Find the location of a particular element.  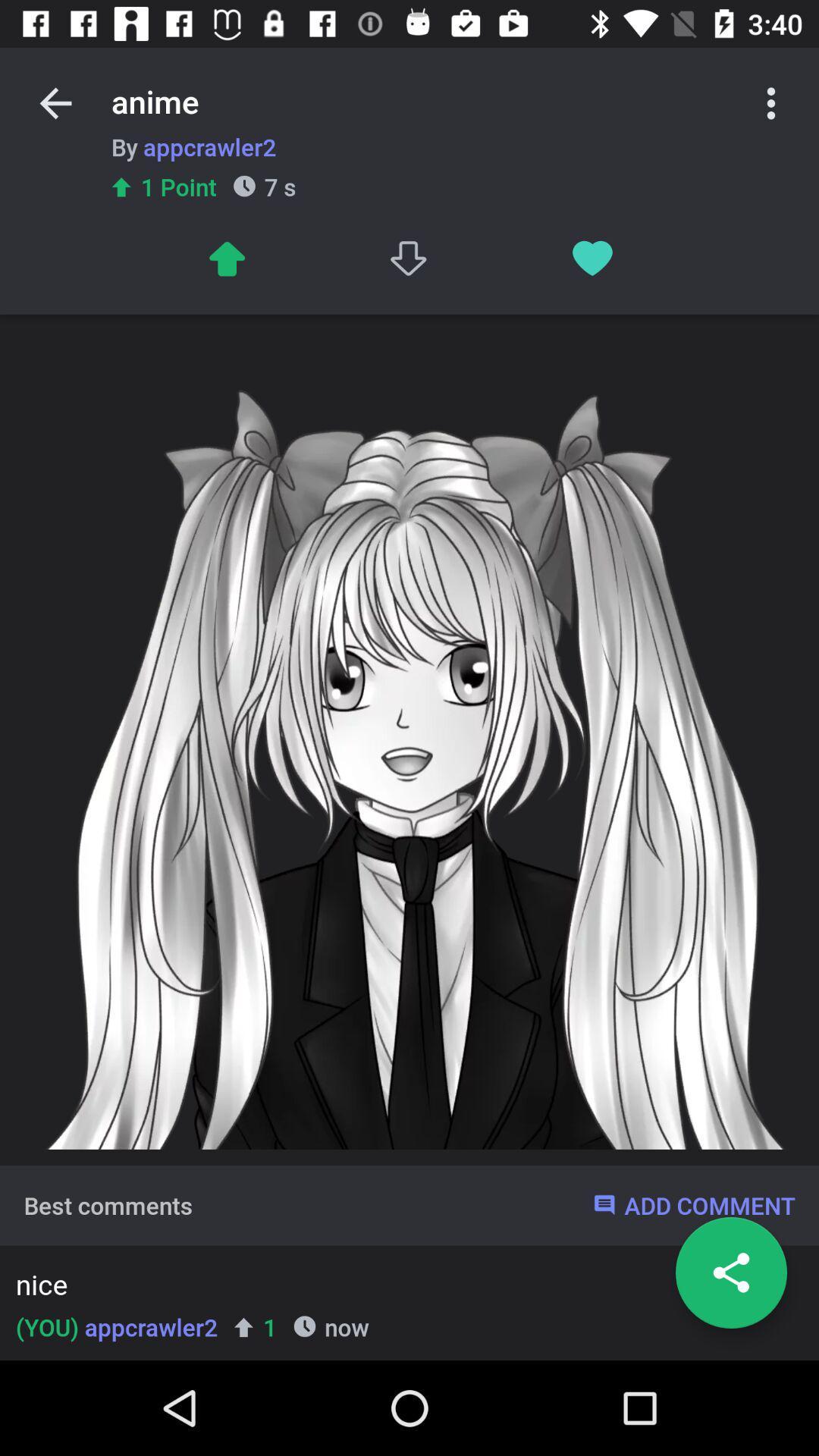

go back is located at coordinates (55, 102).